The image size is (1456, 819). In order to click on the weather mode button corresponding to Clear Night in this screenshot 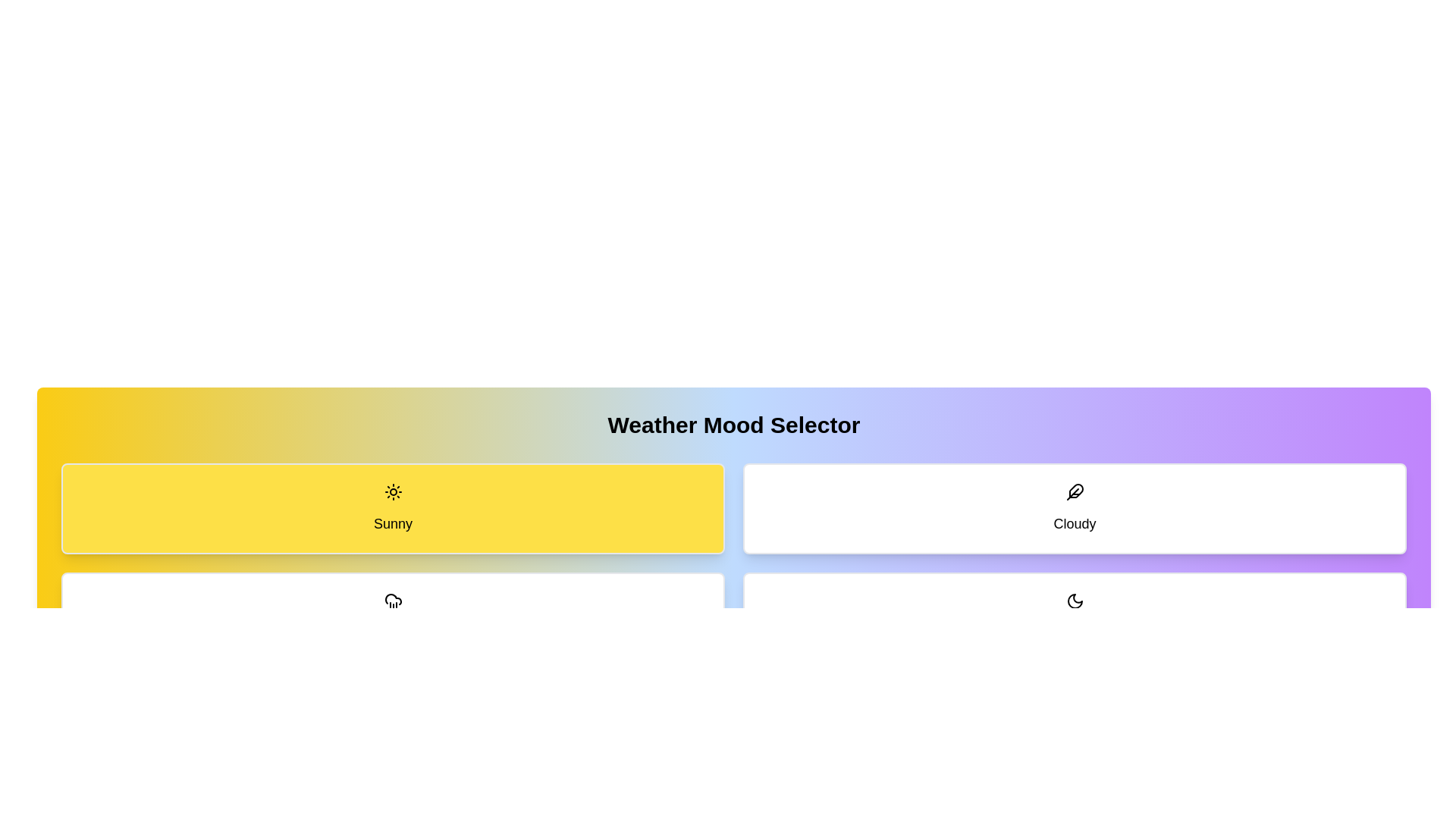, I will do `click(1074, 617)`.